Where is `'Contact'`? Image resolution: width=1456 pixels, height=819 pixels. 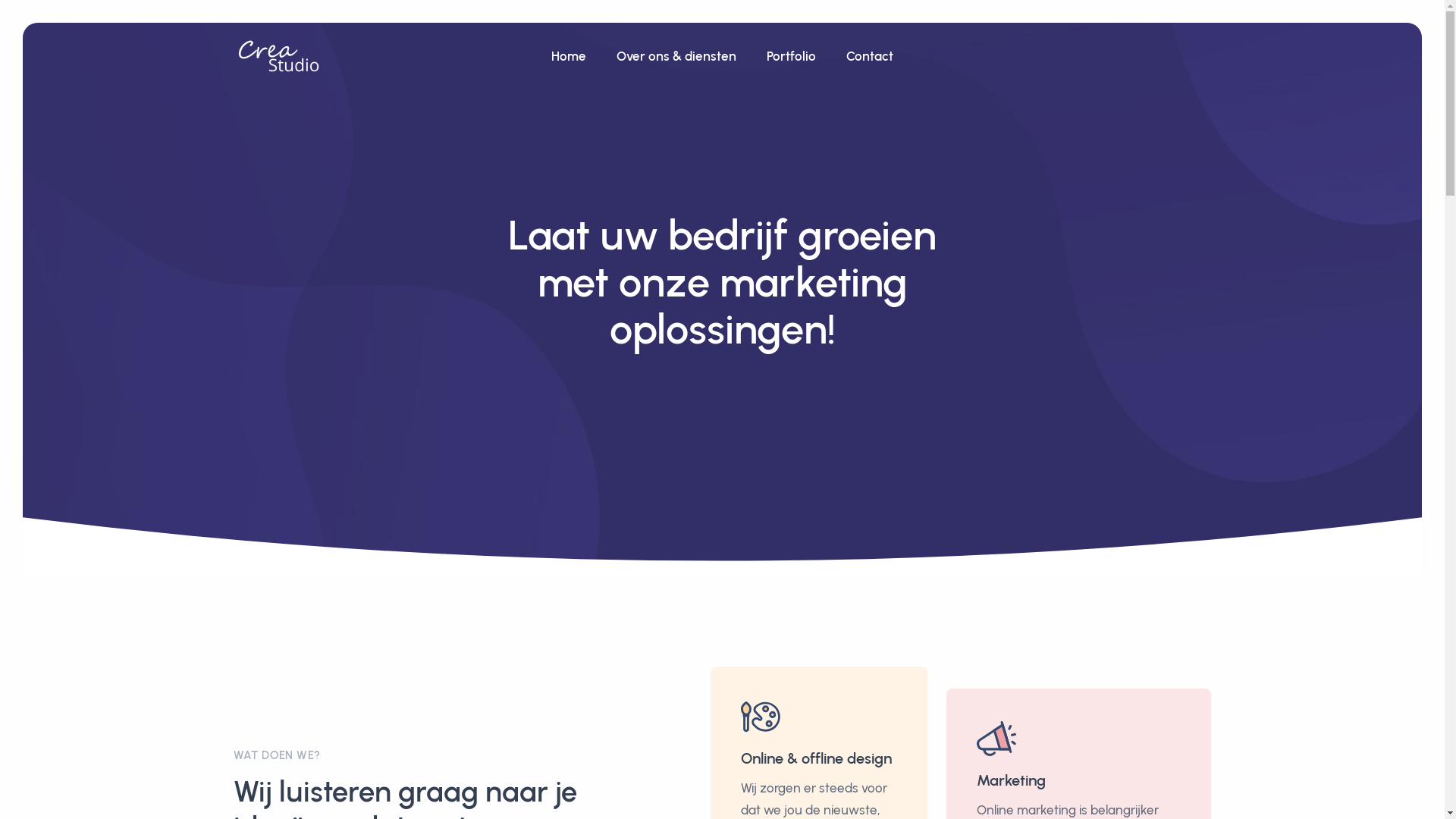 'Contact' is located at coordinates (870, 55).